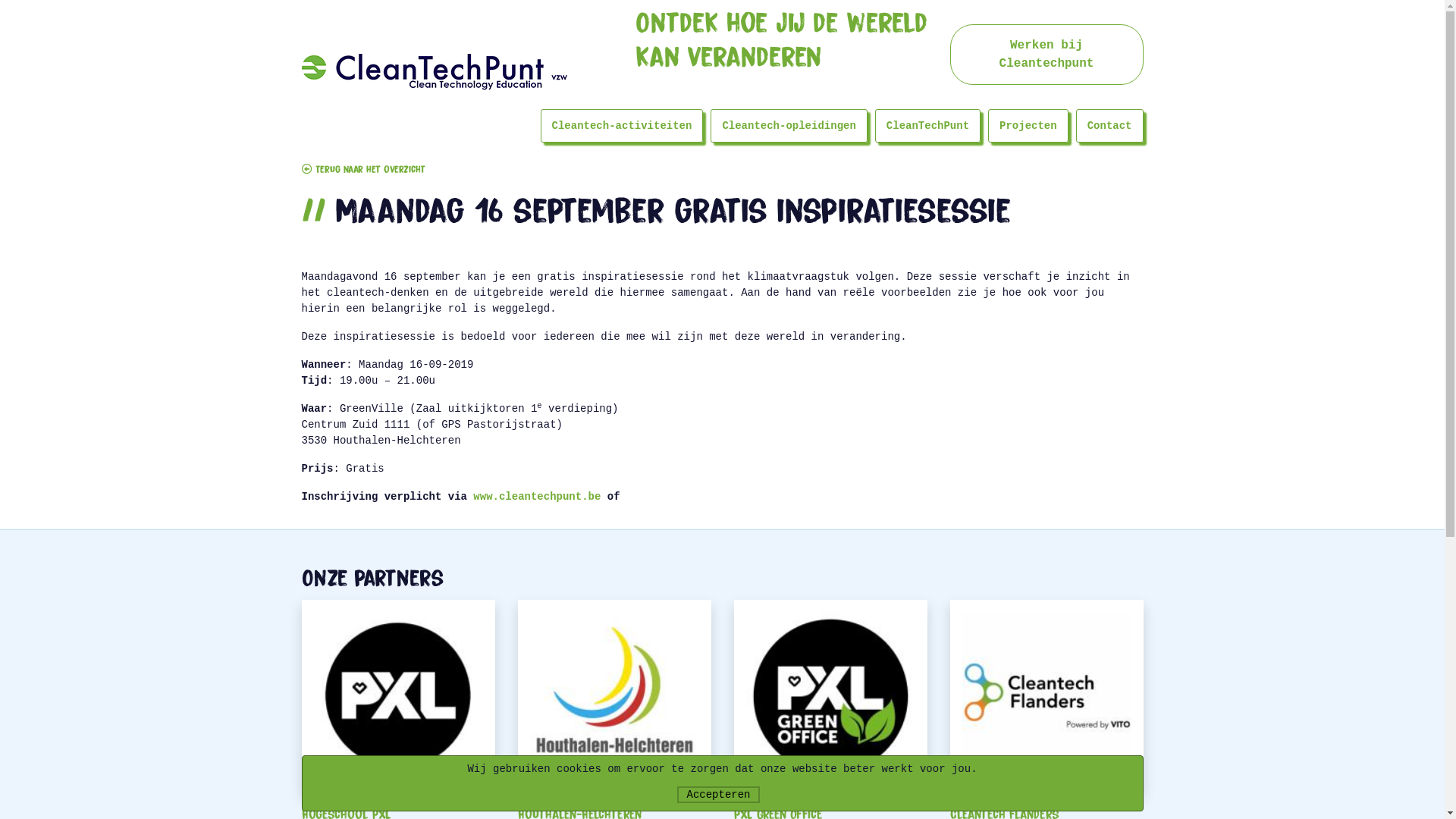  I want to click on 'CleanTechPunt', so click(927, 124).